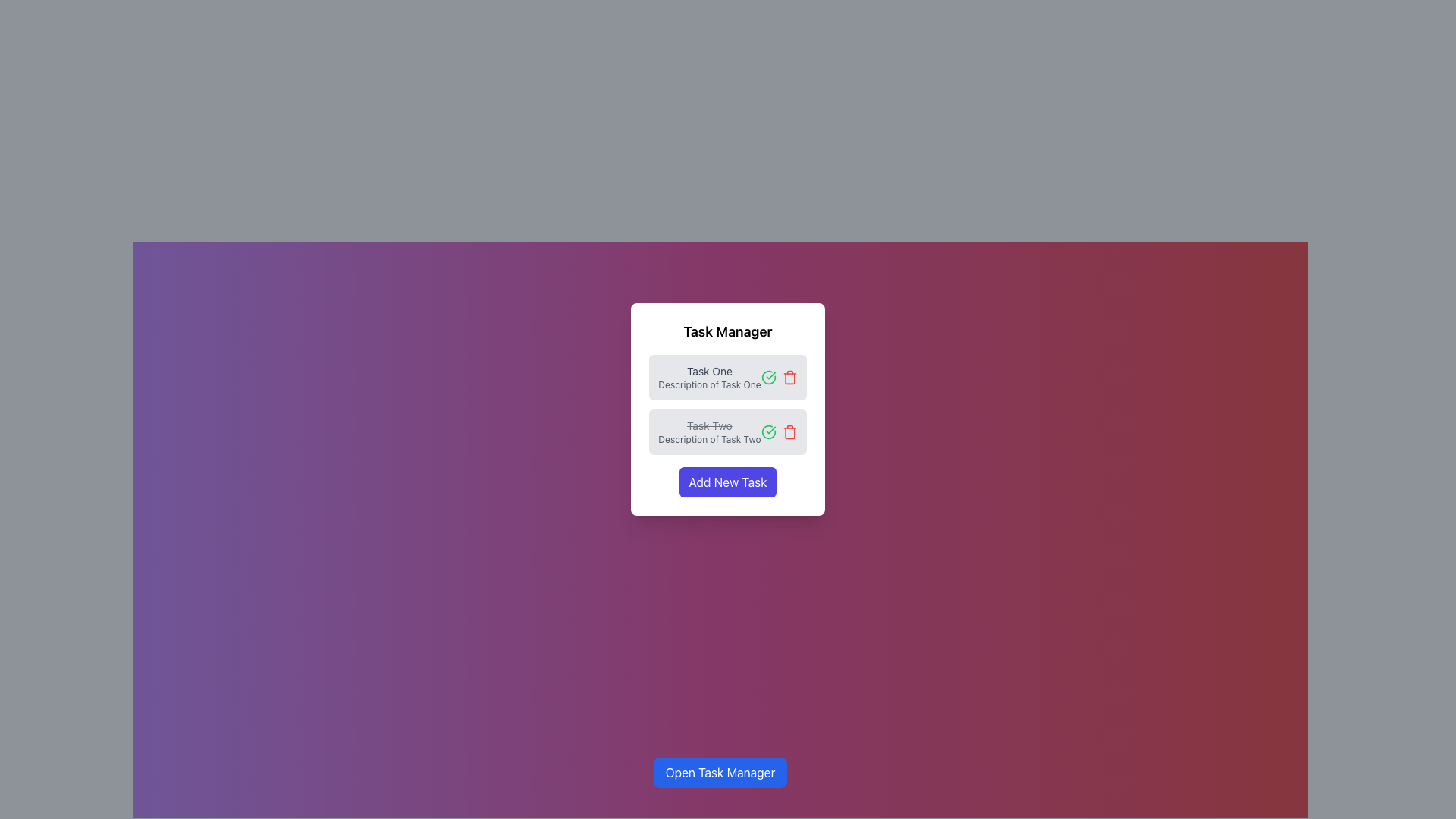 The width and height of the screenshot is (1456, 819). I want to click on the red trash icon button, which is the second icon in the row, so click(789, 432).